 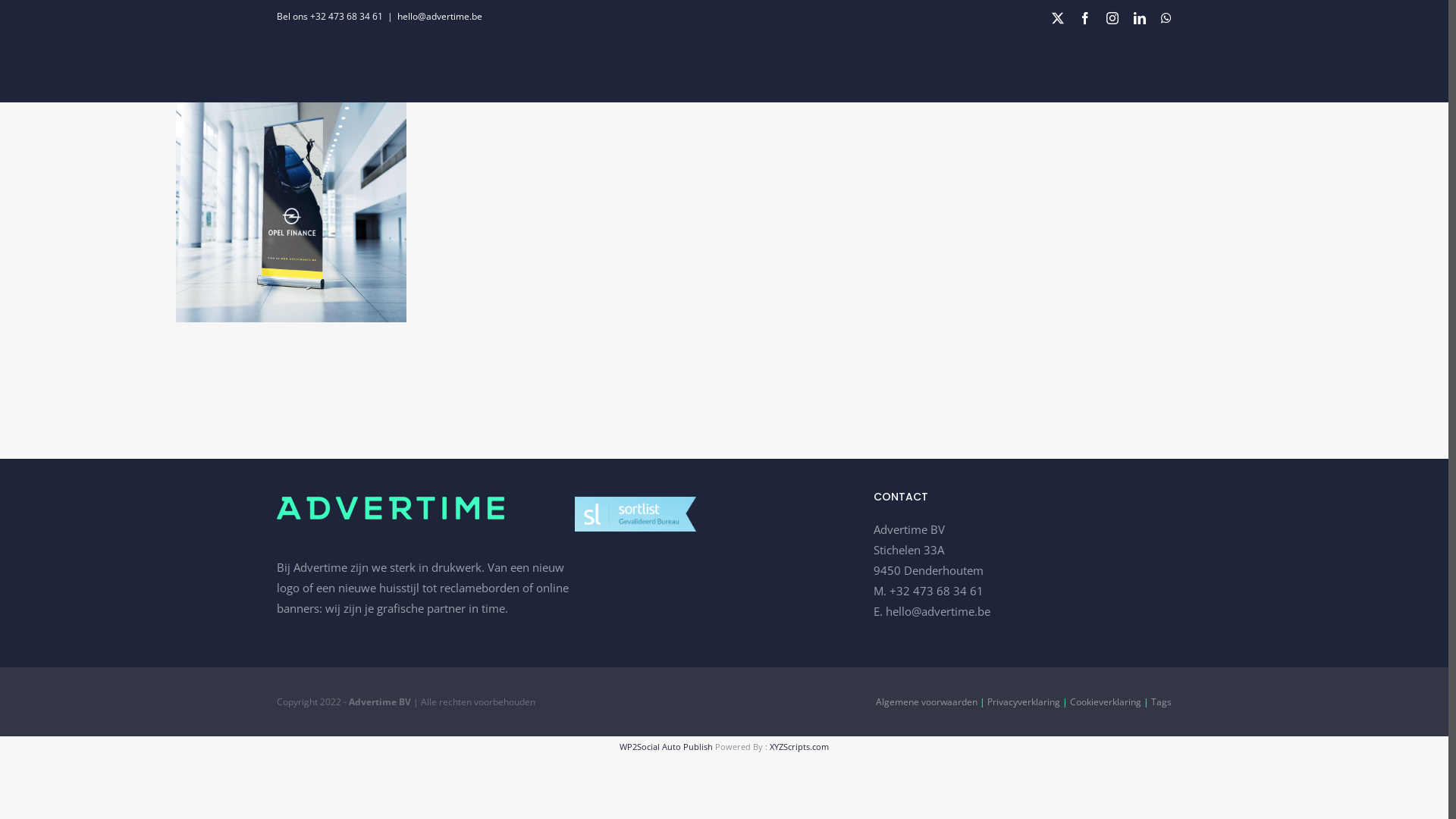 What do you see at coordinates (1165, 17) in the screenshot?
I see `'WhatsApp'` at bounding box center [1165, 17].